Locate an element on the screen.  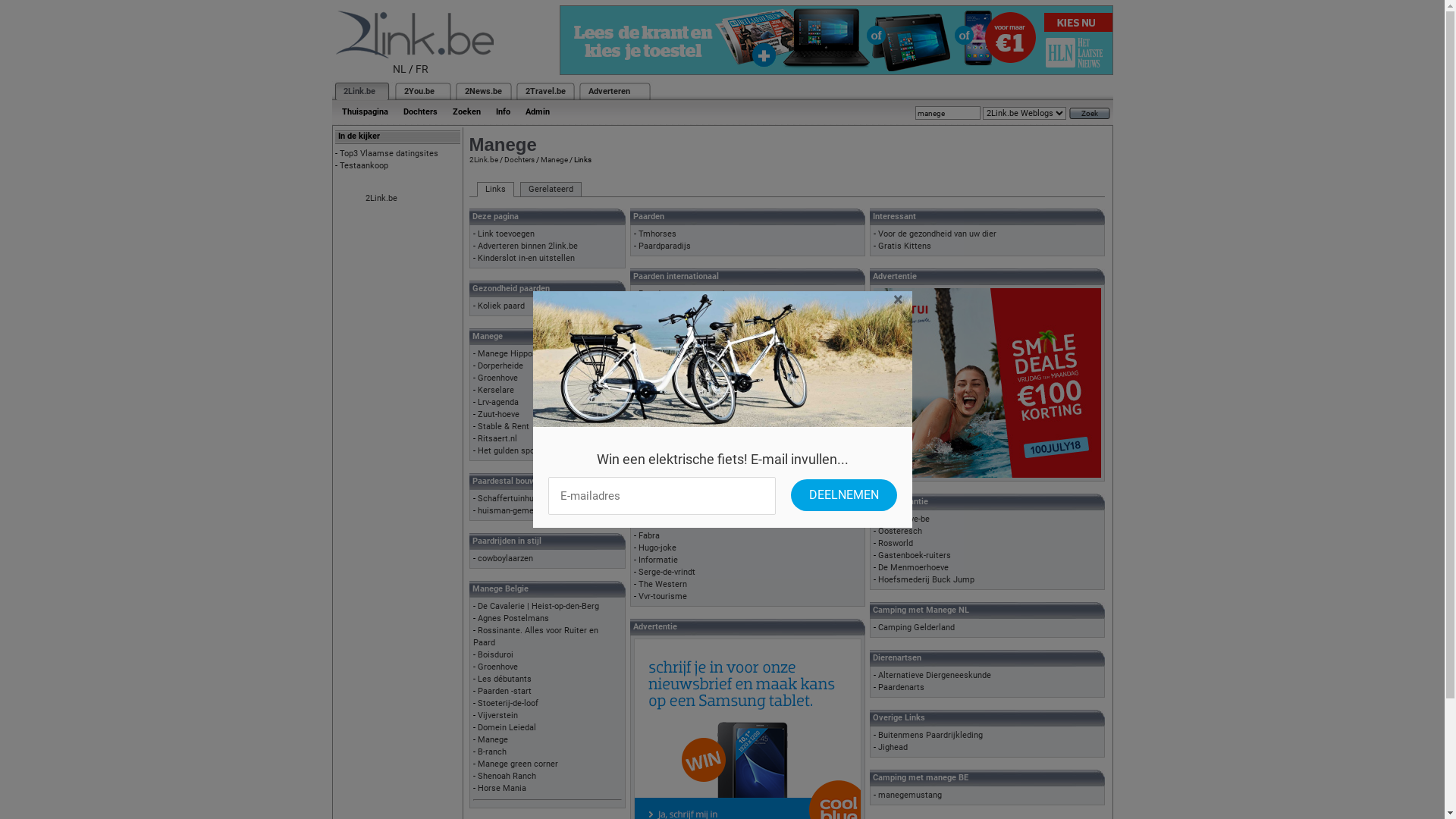
'B-ranch' is located at coordinates (491, 752).